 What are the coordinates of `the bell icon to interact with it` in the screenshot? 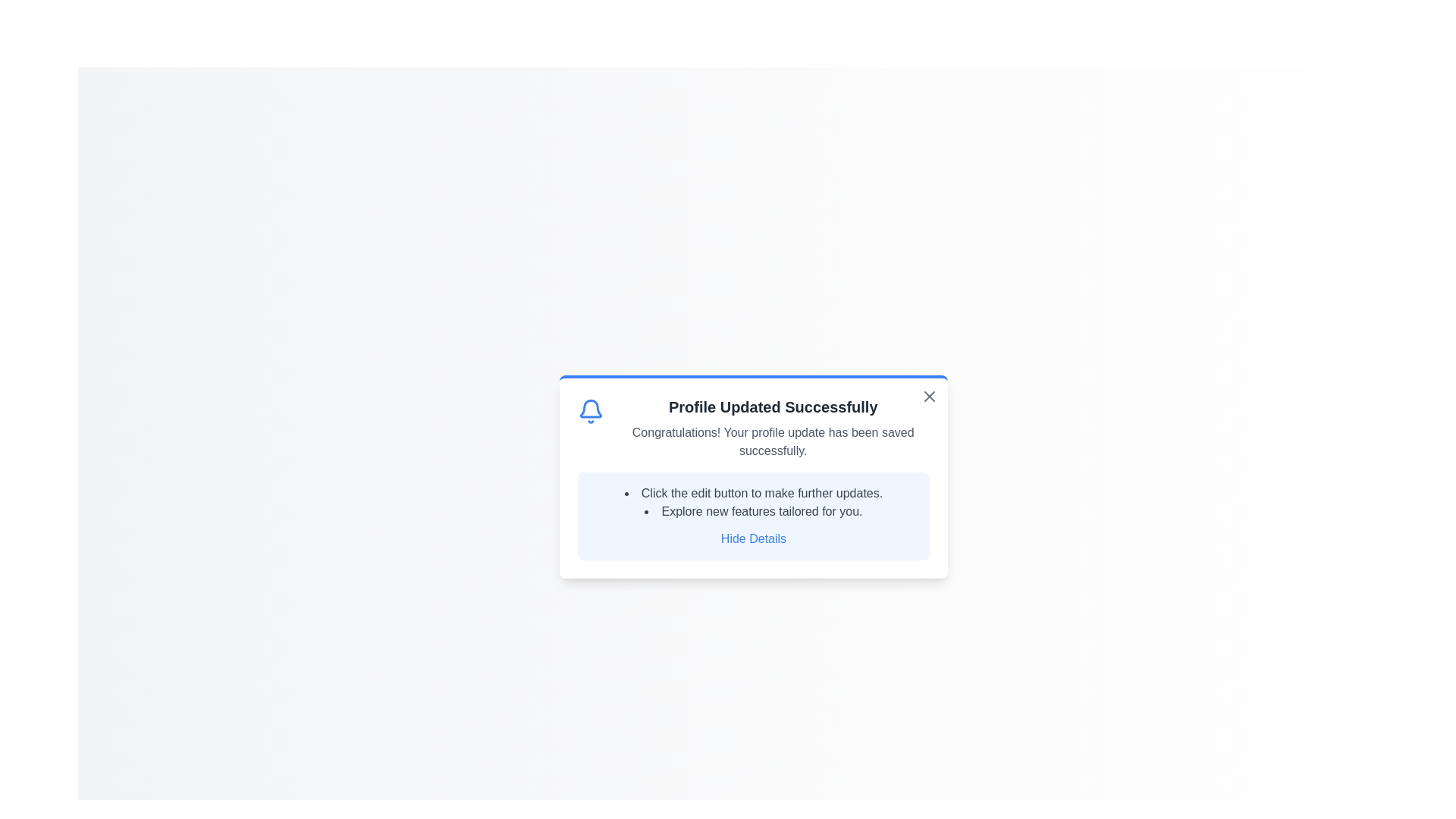 It's located at (590, 412).